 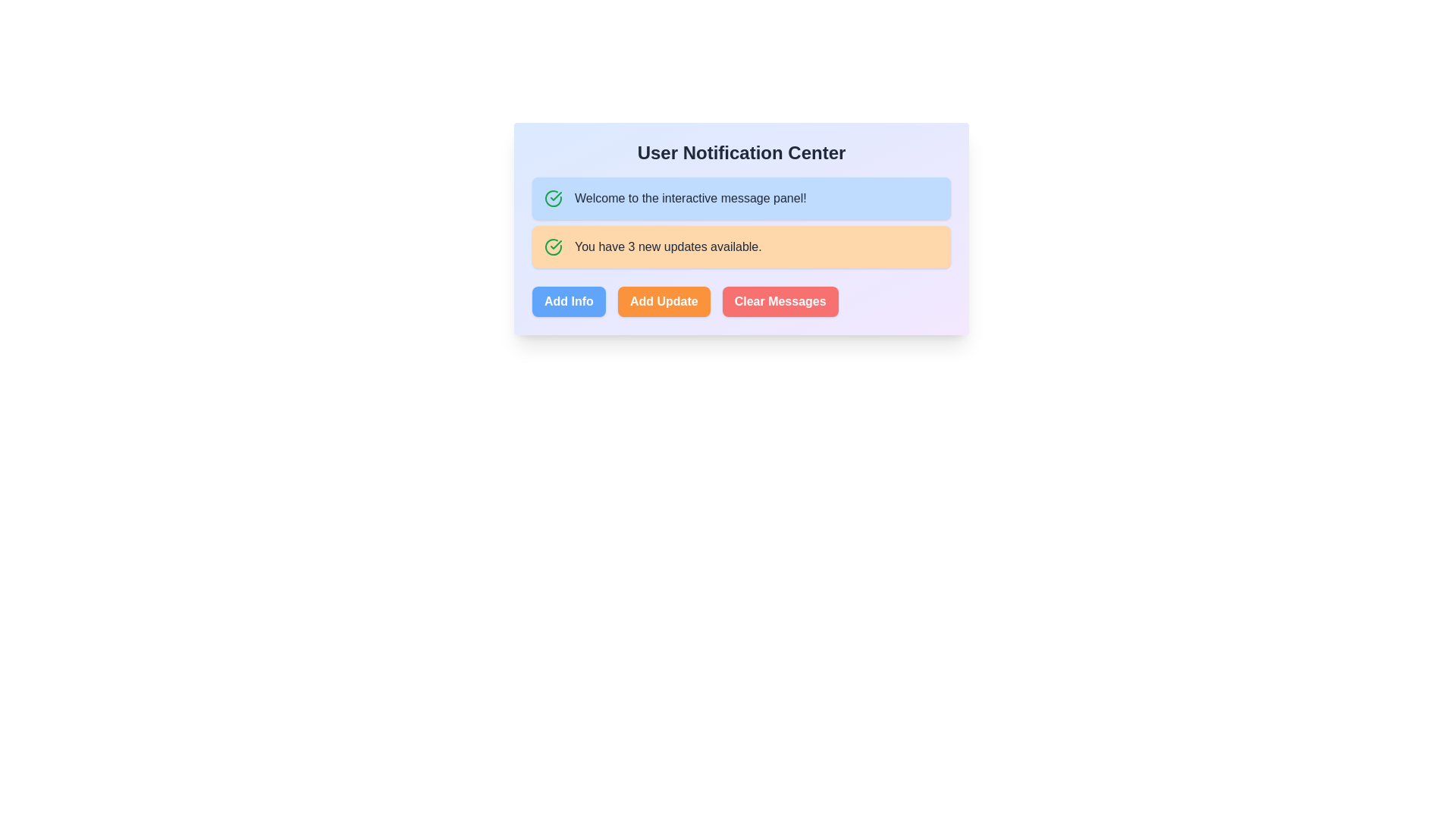 I want to click on the circular green icon with a checkmark inside, which is positioned next to the text 'Welcome to the interactive message panel!' in the top left corner of the panel, so click(x=552, y=198).